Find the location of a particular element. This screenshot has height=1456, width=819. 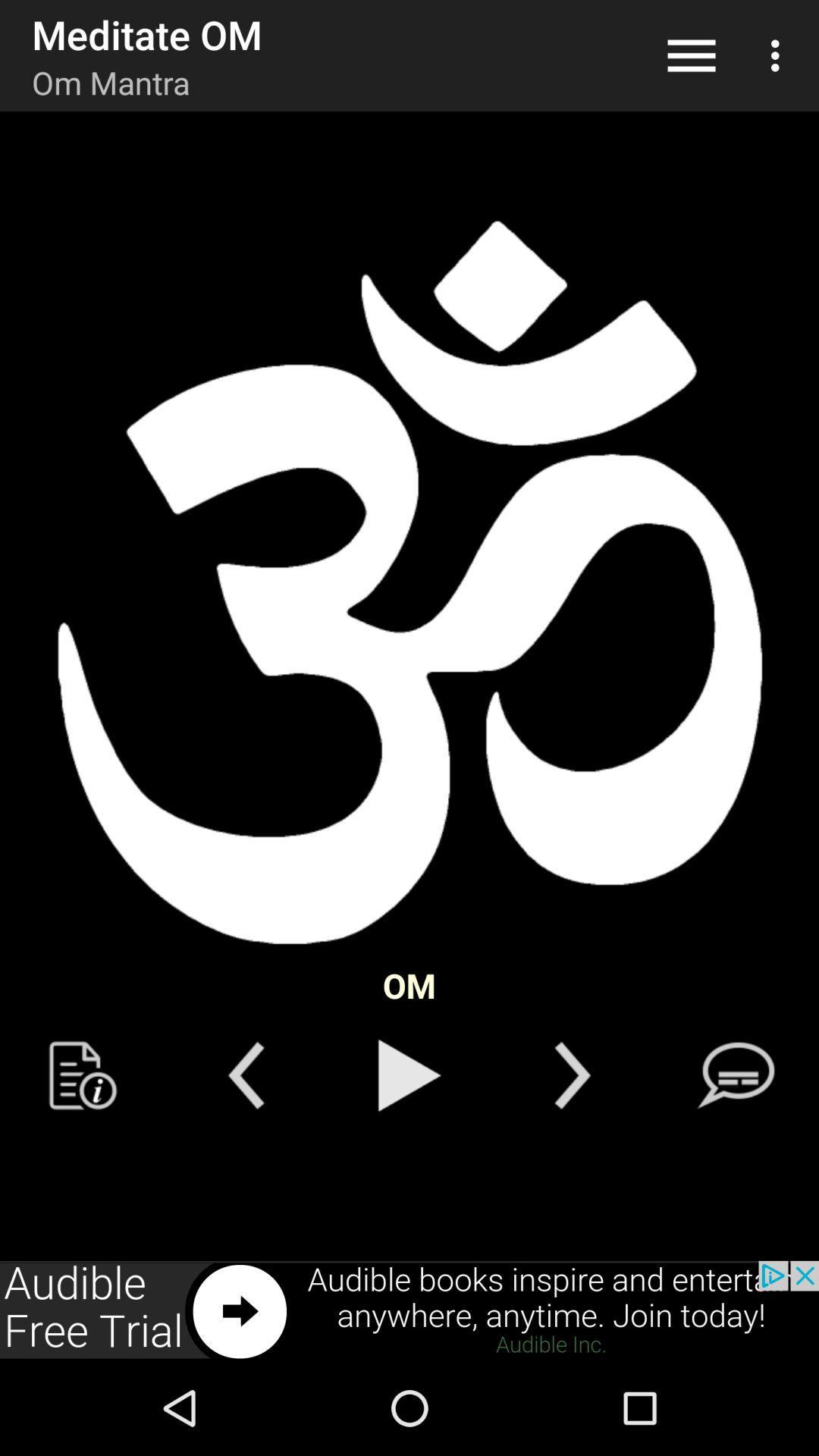

message box is located at coordinates (735, 1075).